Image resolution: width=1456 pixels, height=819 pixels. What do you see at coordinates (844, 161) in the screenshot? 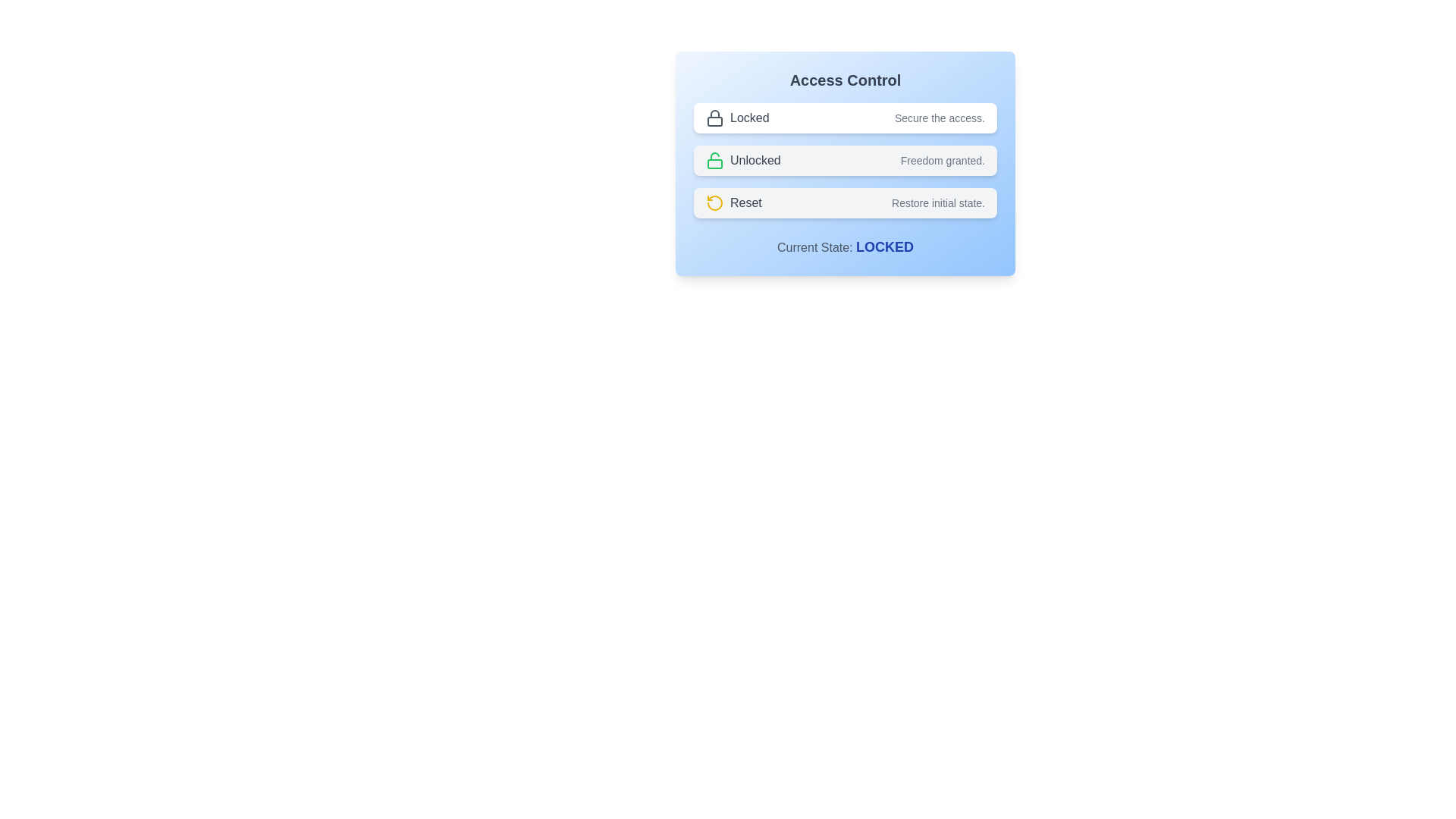
I see `the button labeled Unlocked to observe its hover effect` at bounding box center [844, 161].